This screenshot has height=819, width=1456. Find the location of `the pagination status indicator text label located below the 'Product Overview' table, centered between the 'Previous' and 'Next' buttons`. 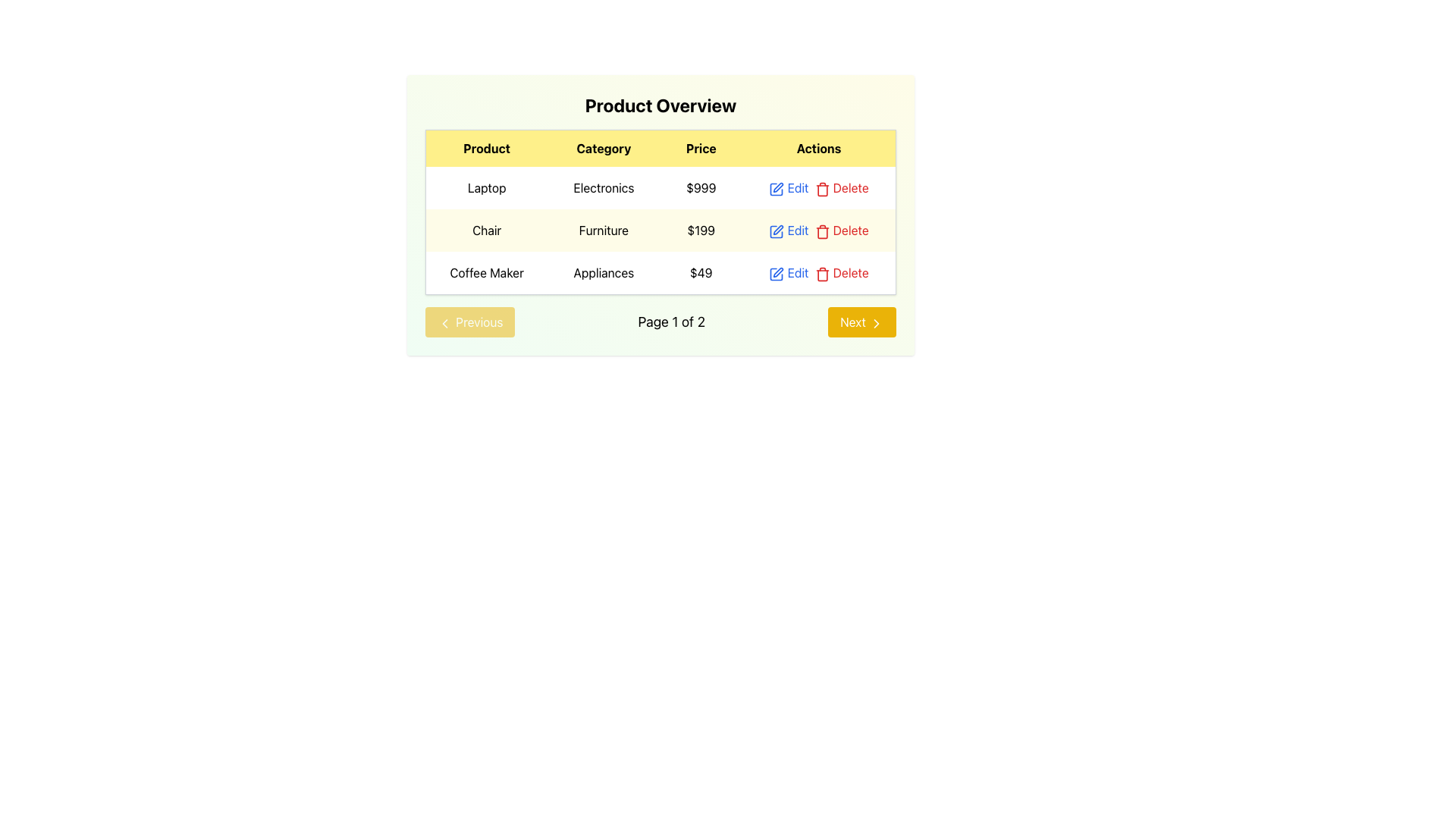

the pagination status indicator text label located below the 'Product Overview' table, centered between the 'Previous' and 'Next' buttons is located at coordinates (670, 321).